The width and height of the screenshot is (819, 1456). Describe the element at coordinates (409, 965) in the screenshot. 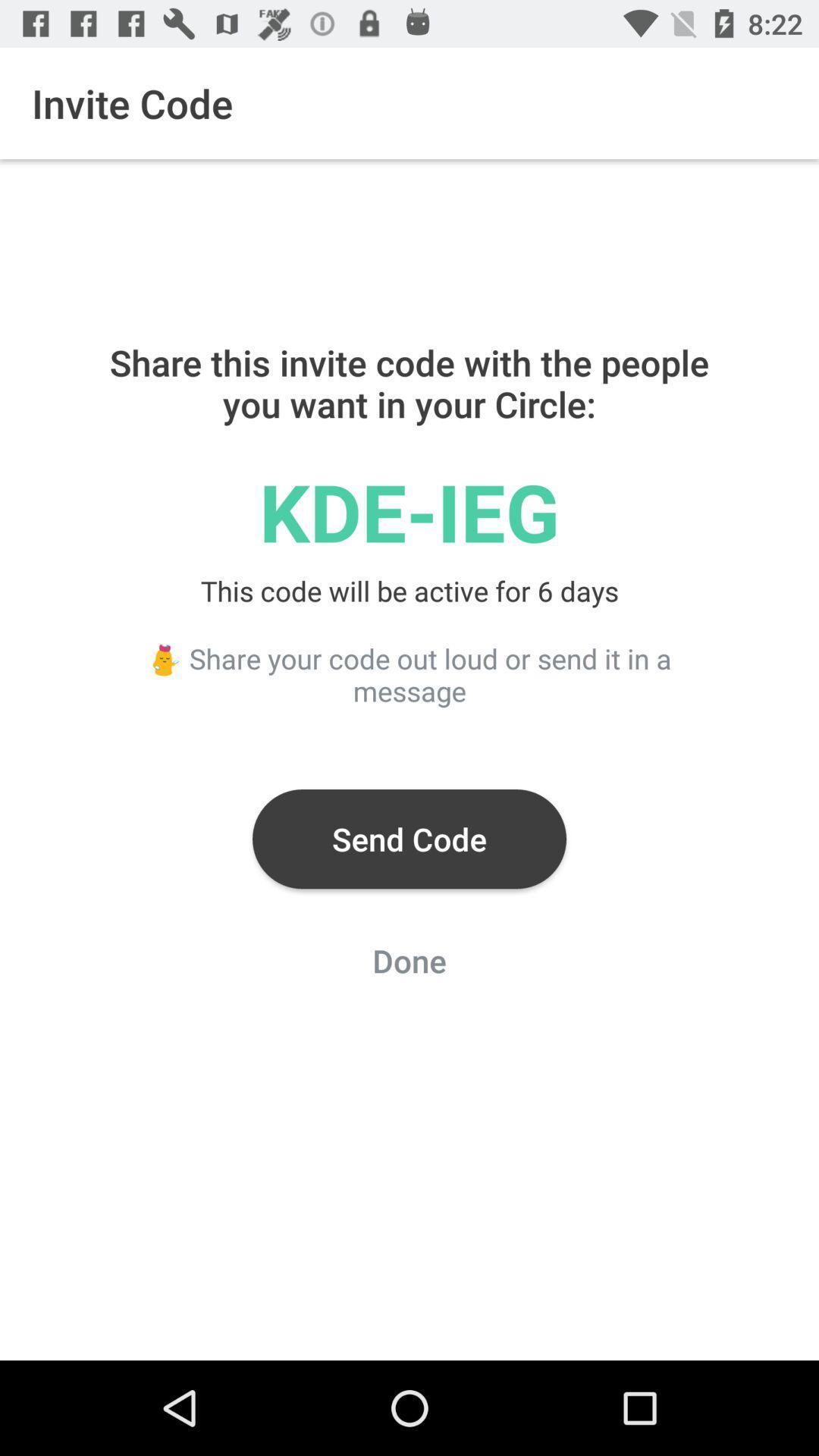

I see `icon below the send code item` at that location.